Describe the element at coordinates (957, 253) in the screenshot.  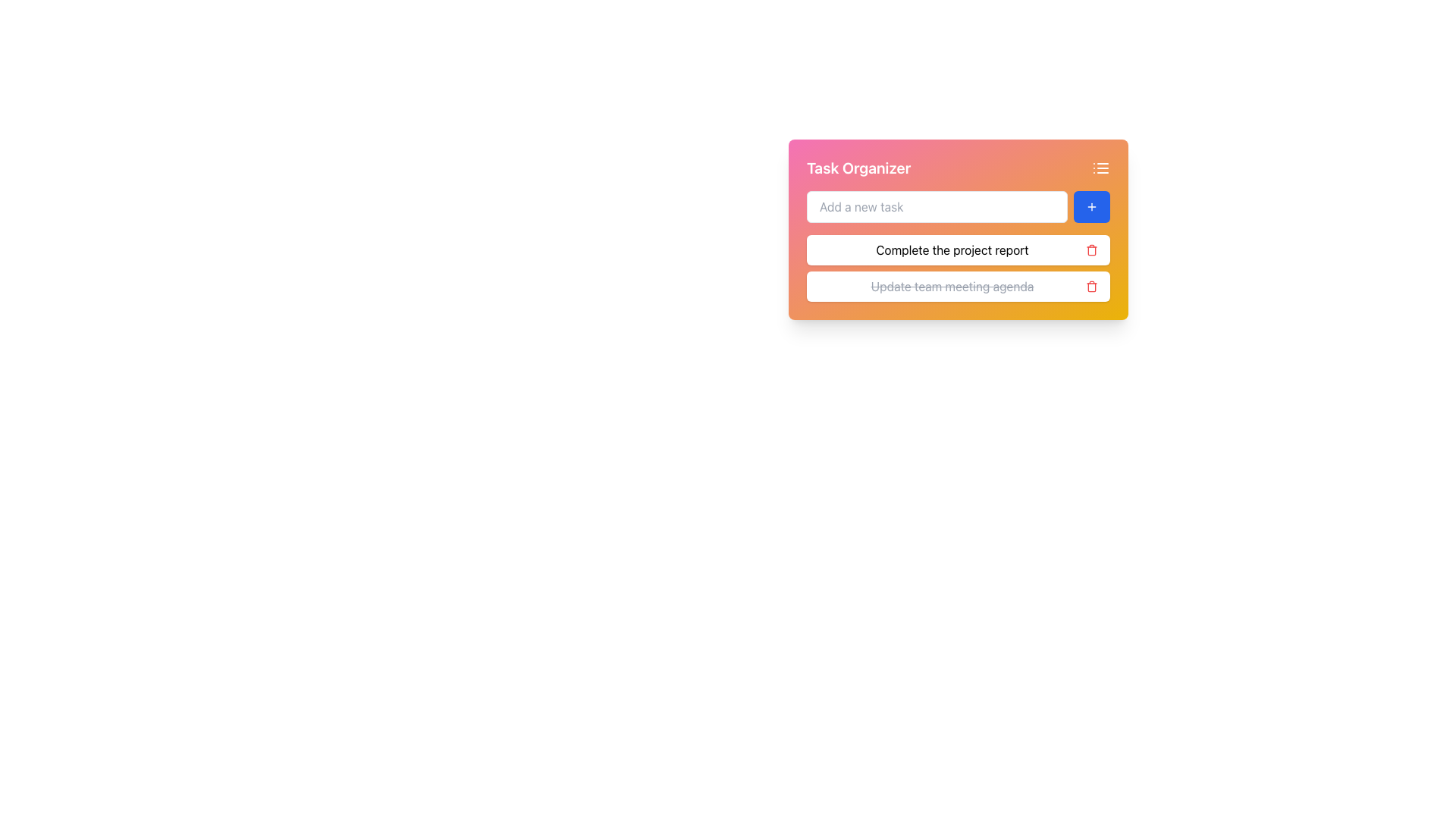
I see `the rectangular panel styled with a soft gradient transitioning from pink to yellow, located in the right half of the viewport` at that location.